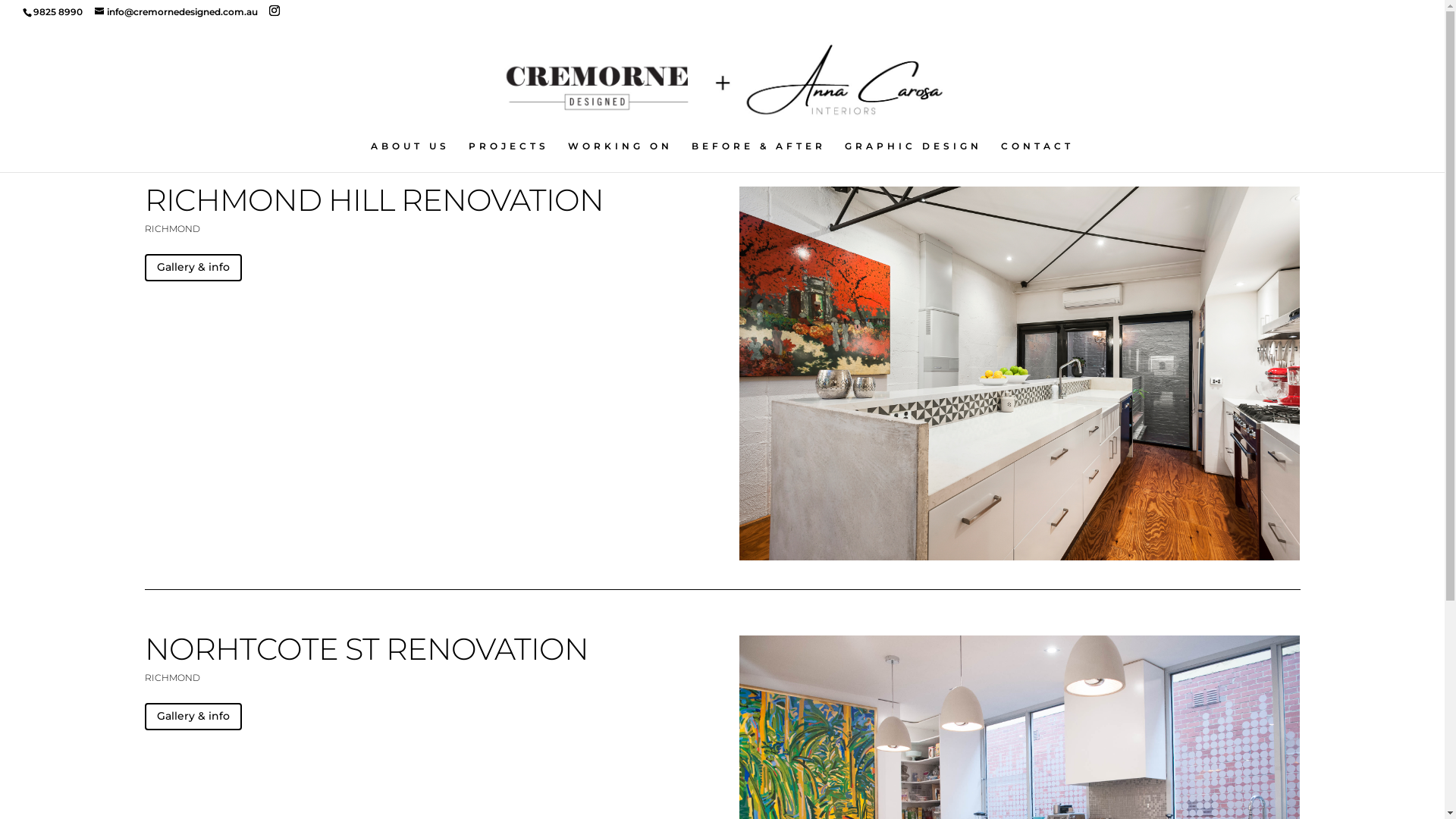 The image size is (1456, 819). I want to click on 'BEFORE & AFTER', so click(691, 156).